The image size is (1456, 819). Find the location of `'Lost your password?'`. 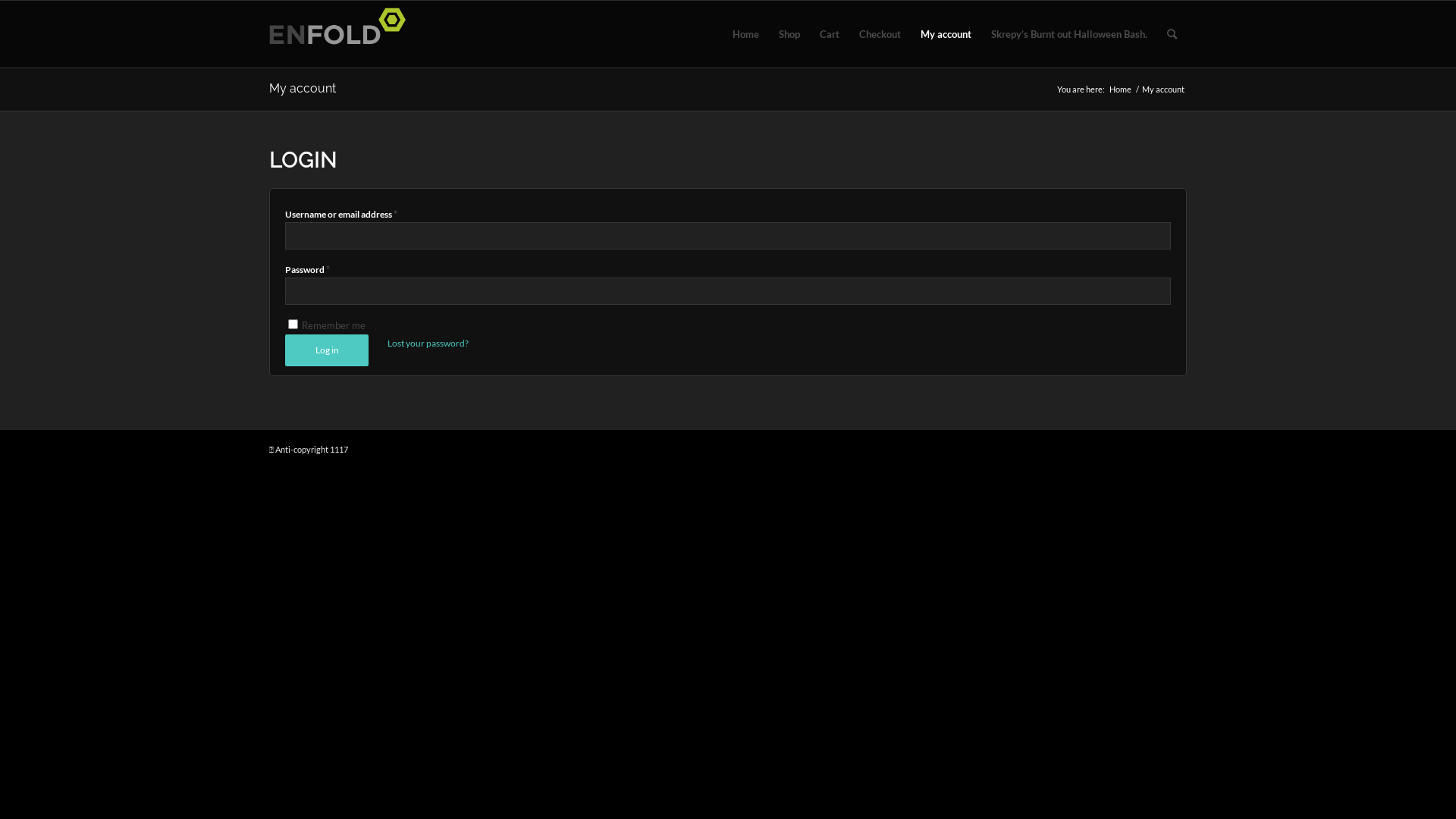

'Lost your password?' is located at coordinates (427, 343).